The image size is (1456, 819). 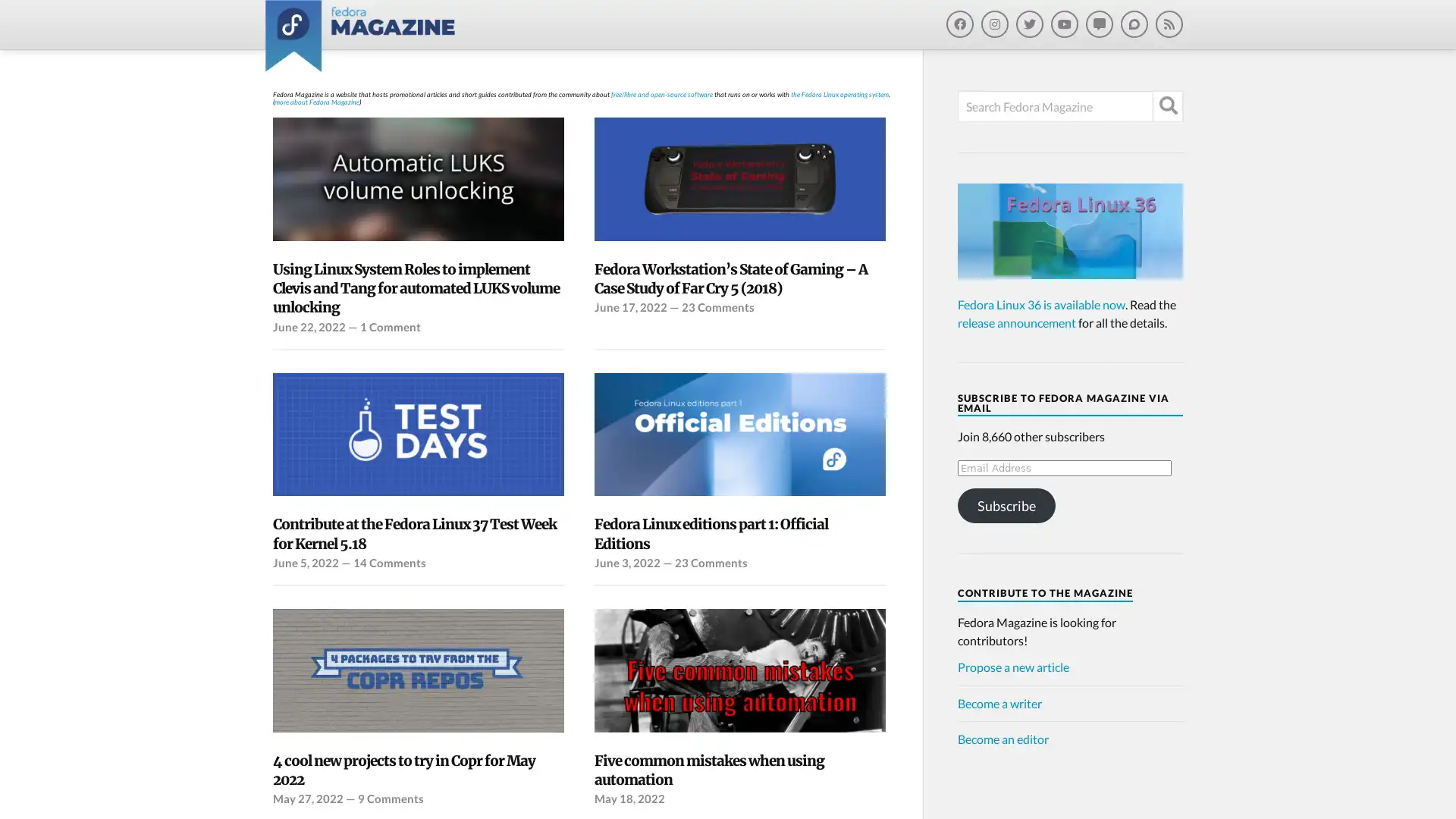 What do you see at coordinates (1006, 506) in the screenshot?
I see `Subscribe` at bounding box center [1006, 506].